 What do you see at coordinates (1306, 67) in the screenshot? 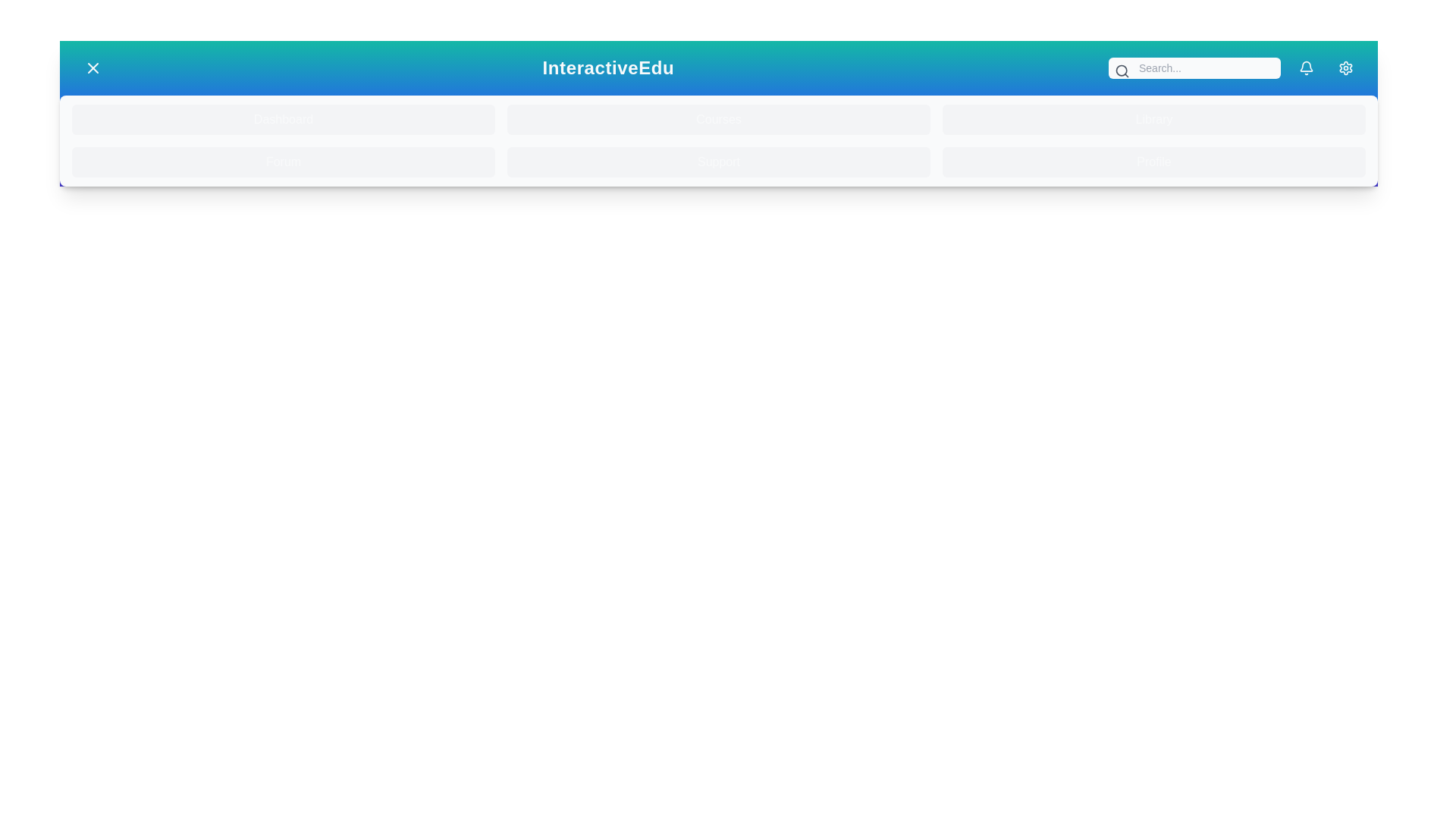
I see `the notification icon to view alerts` at bounding box center [1306, 67].